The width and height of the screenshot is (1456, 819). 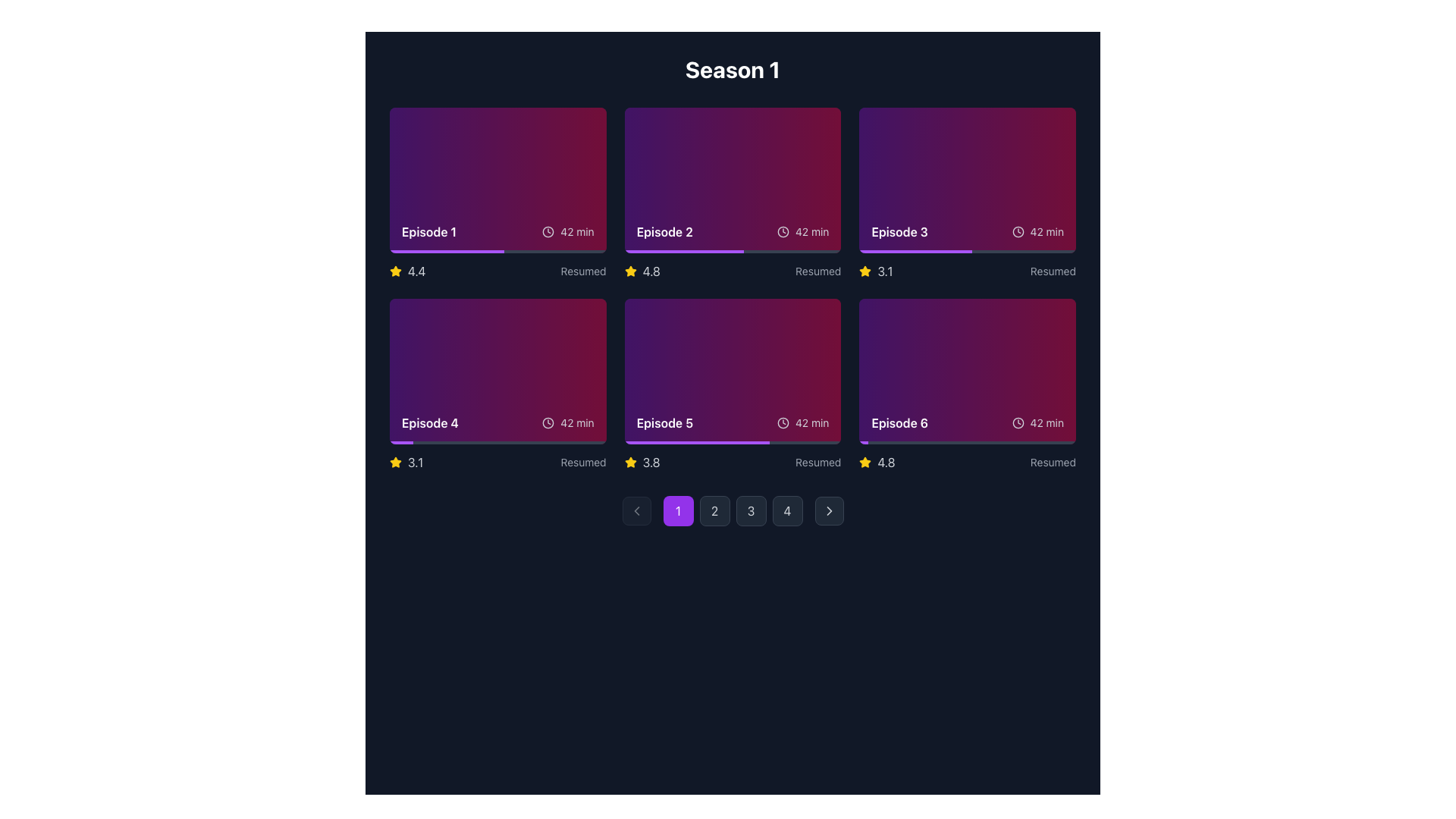 I want to click on text displayed on the Label with a compact clock icon showing '42 min', located in the Episode 3 tile on the top right, so click(x=1037, y=231).